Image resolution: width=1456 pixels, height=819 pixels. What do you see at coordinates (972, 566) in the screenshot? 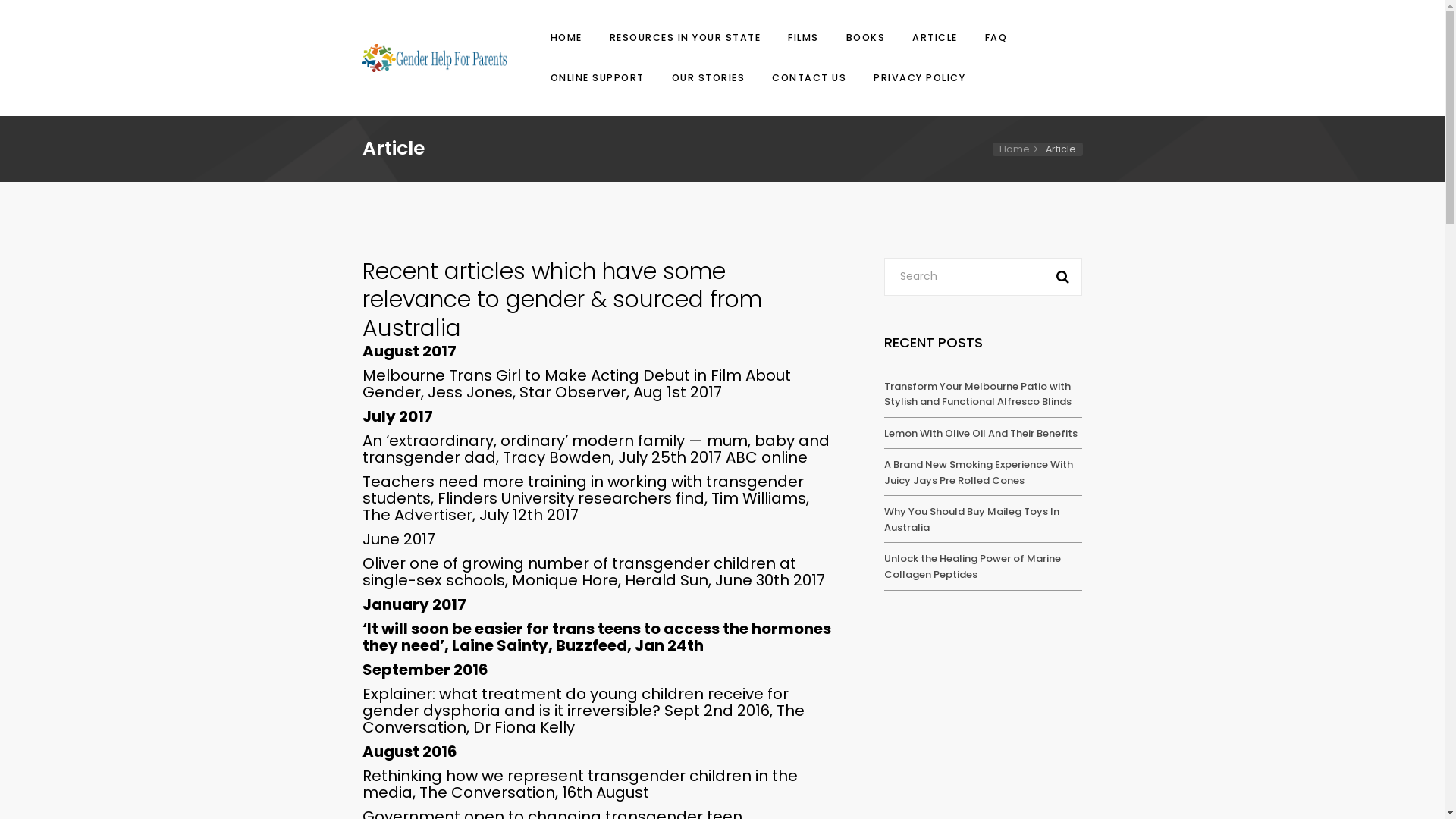
I see `'Unlock the Healing Power of Marine Collagen Peptides'` at bounding box center [972, 566].